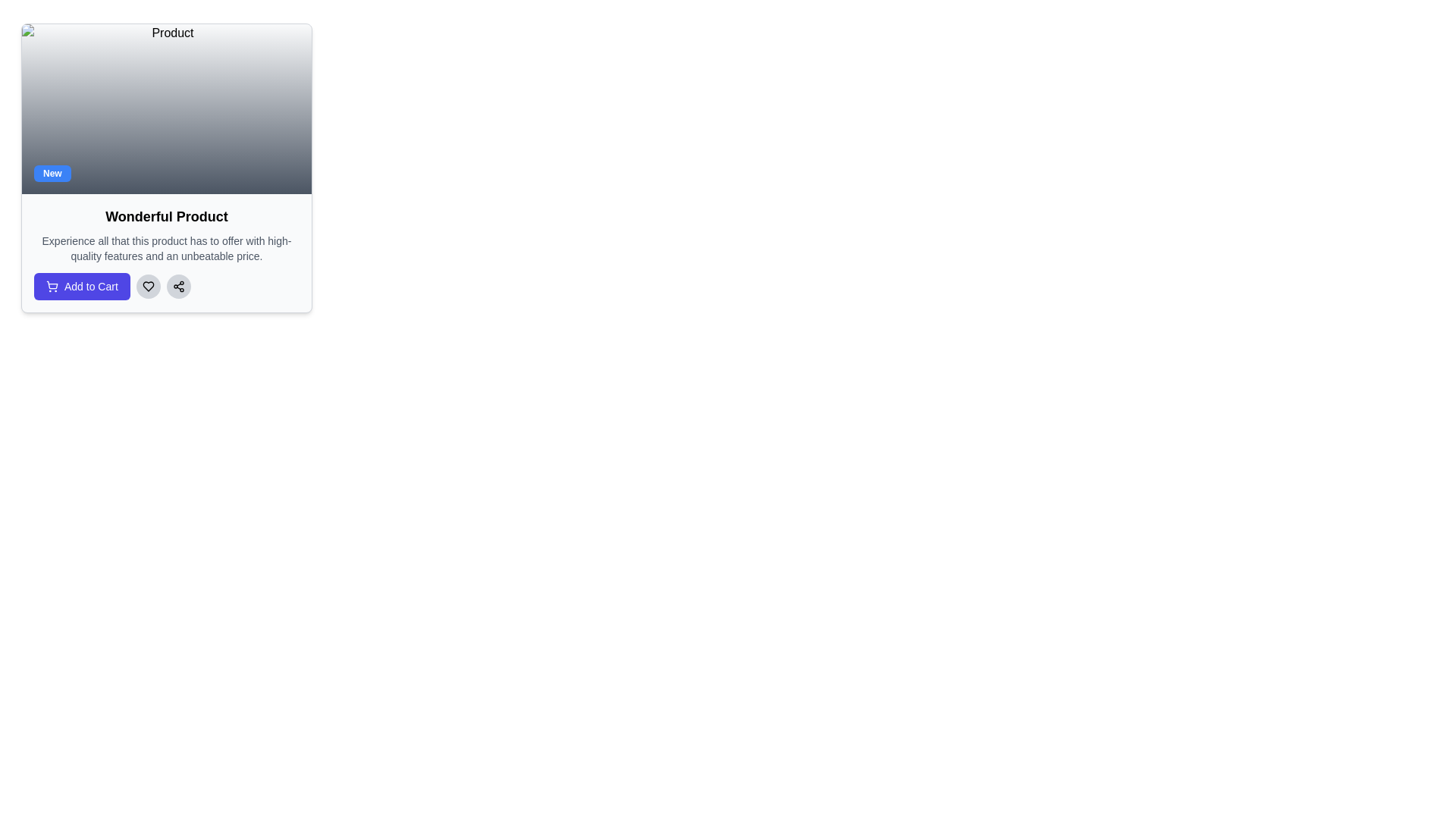 Image resolution: width=1456 pixels, height=819 pixels. Describe the element at coordinates (178, 287) in the screenshot. I see `the share icon located in the bottom section of the product card, positioned to the right of the heart icon` at that location.